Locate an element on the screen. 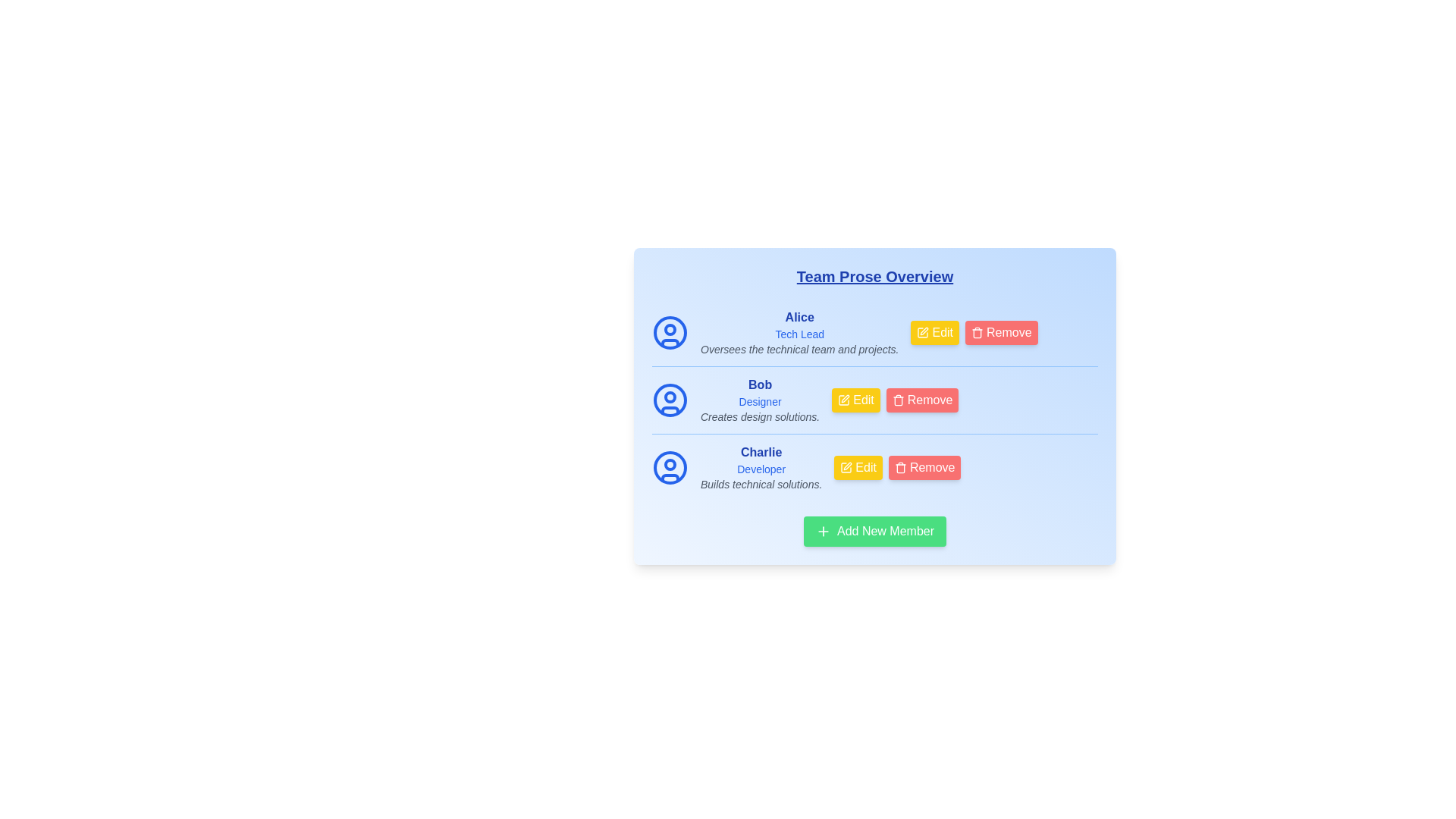  the 'Edit' button for the user 'Alice', which contains a Decorative Icon representing the edit action is located at coordinates (922, 332).